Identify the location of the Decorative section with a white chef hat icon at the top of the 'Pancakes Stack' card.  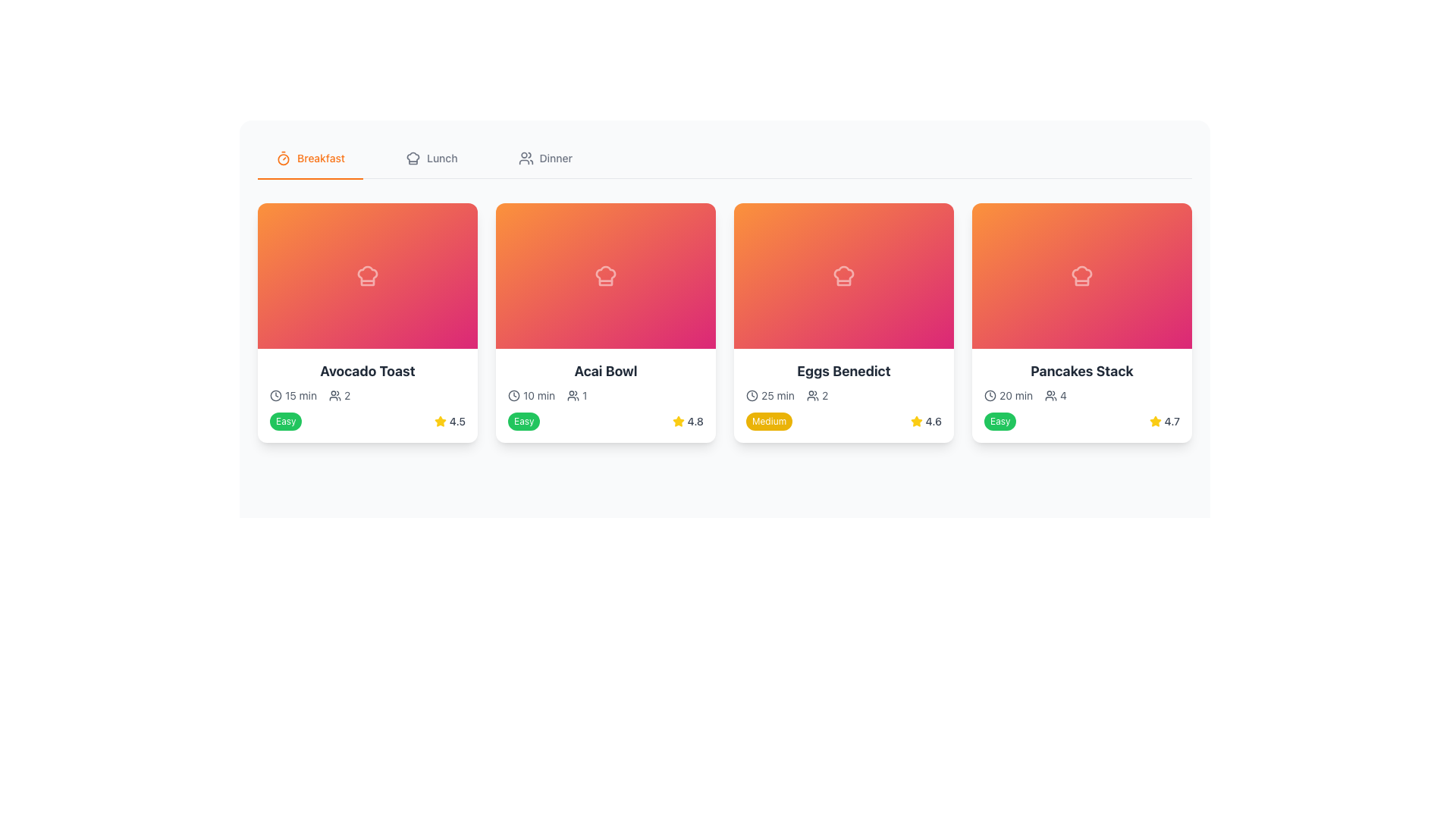
(1081, 275).